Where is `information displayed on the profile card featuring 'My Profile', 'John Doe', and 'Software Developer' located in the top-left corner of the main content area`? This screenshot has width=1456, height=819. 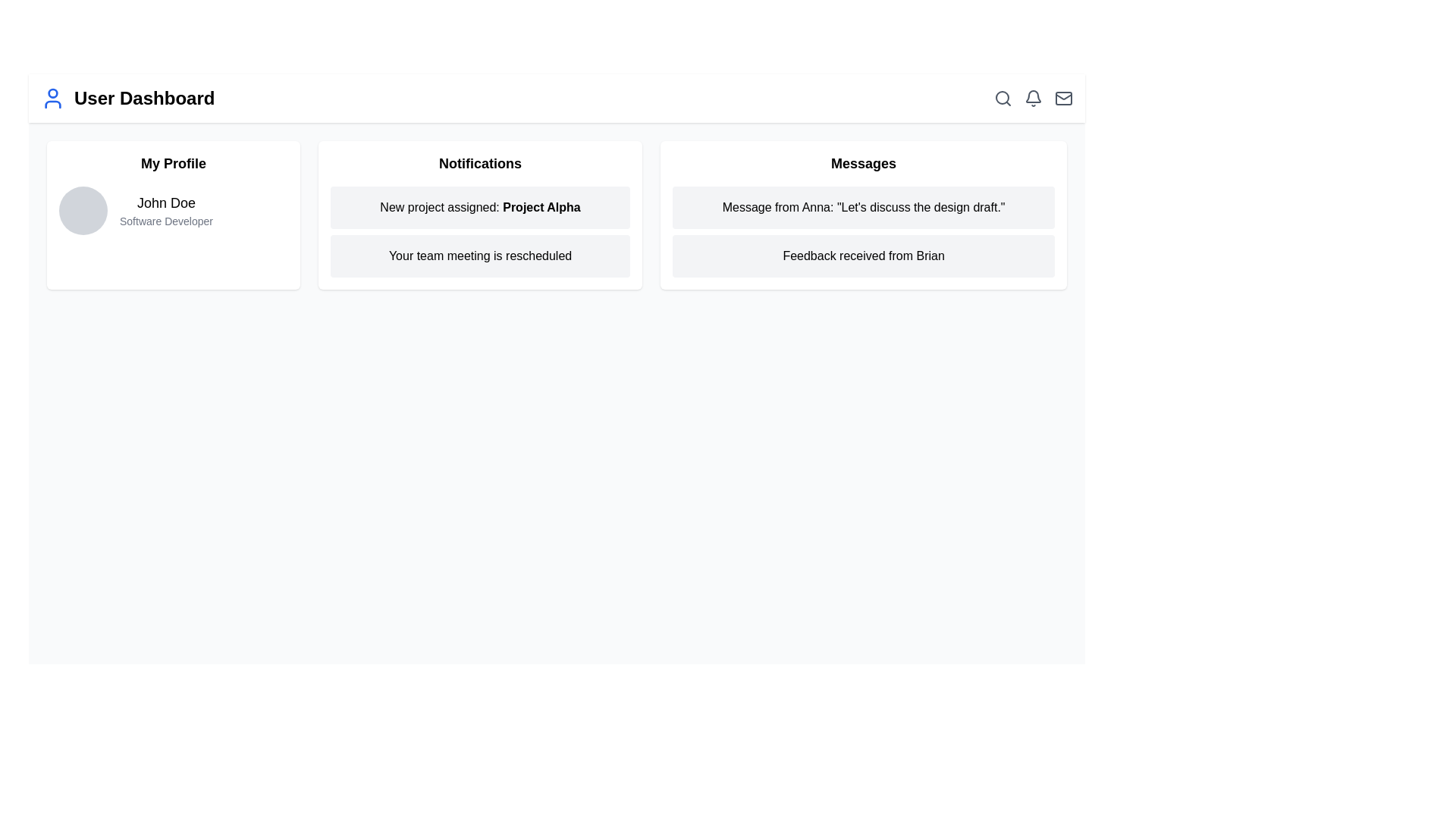 information displayed on the profile card featuring 'My Profile', 'John Doe', and 'Software Developer' located in the top-left corner of the main content area is located at coordinates (173, 215).